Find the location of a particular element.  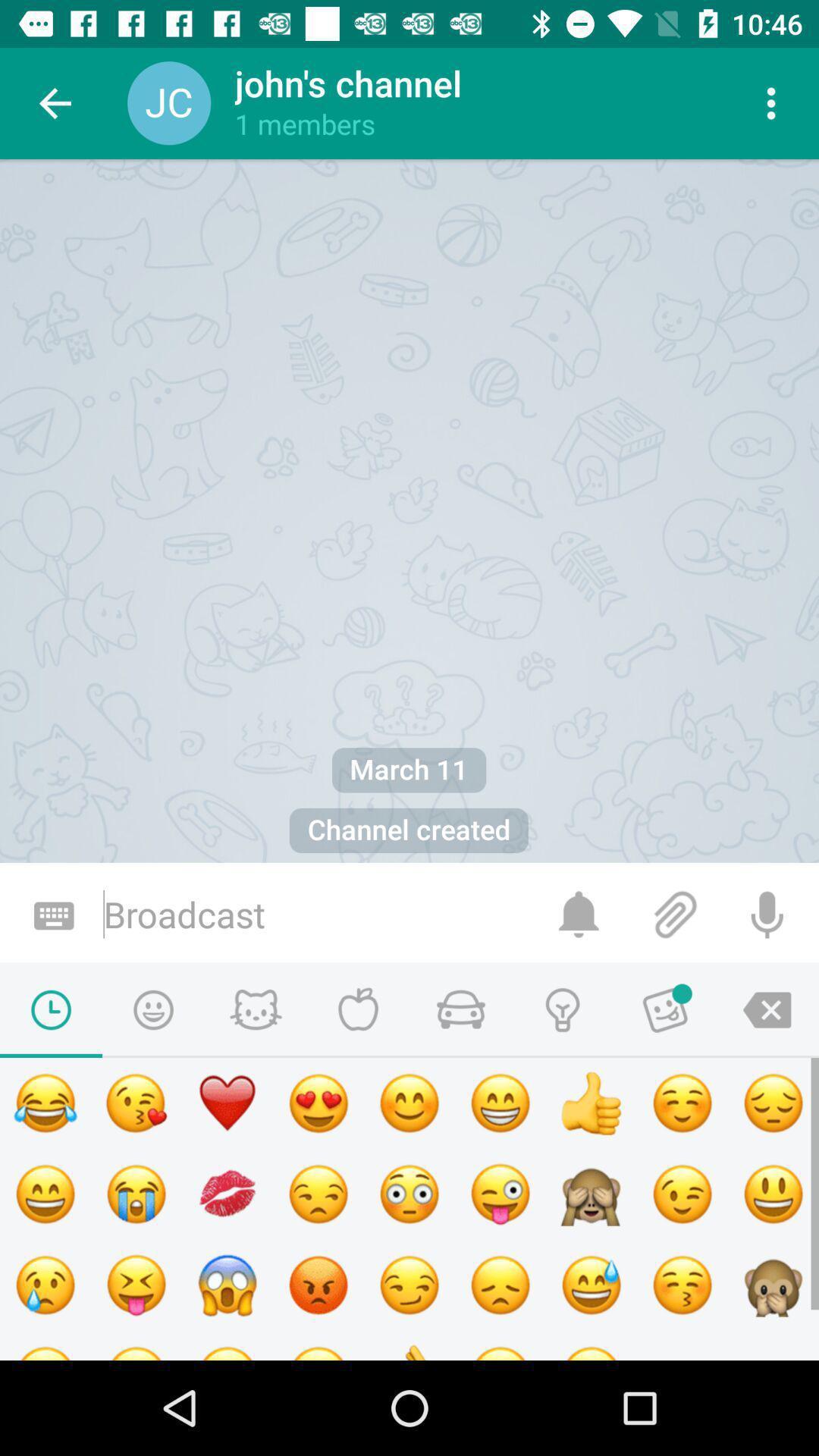

the email icon is located at coordinates (136, 1284).